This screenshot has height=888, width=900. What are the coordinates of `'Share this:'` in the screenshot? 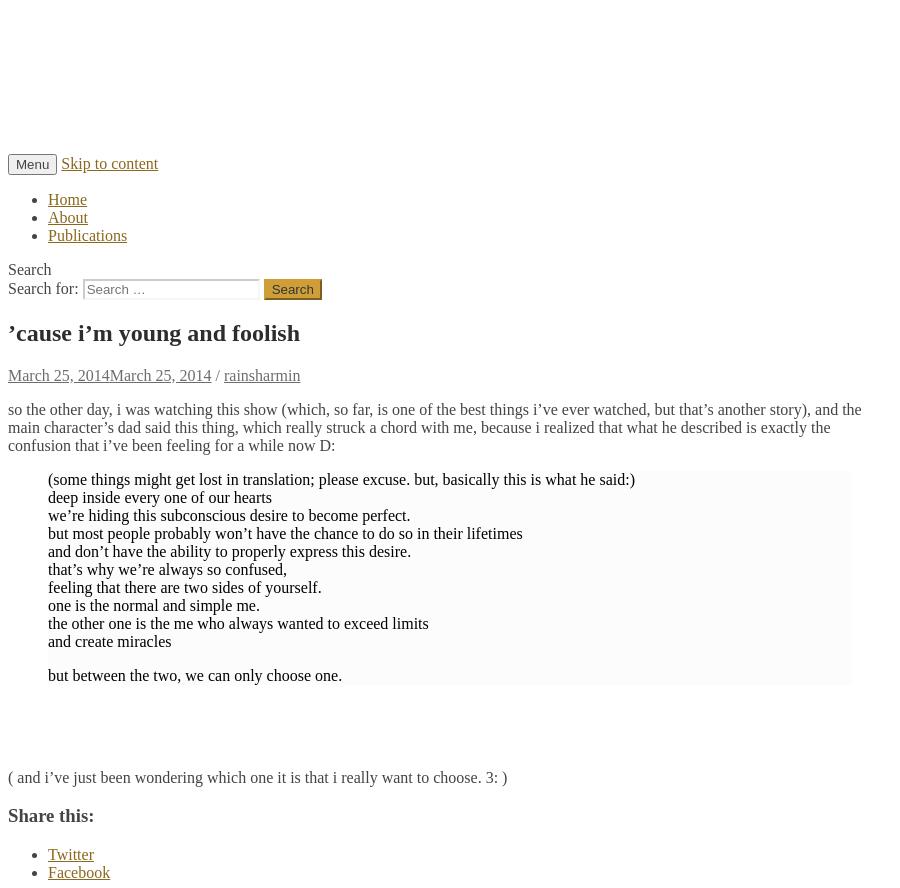 It's located at (50, 815).